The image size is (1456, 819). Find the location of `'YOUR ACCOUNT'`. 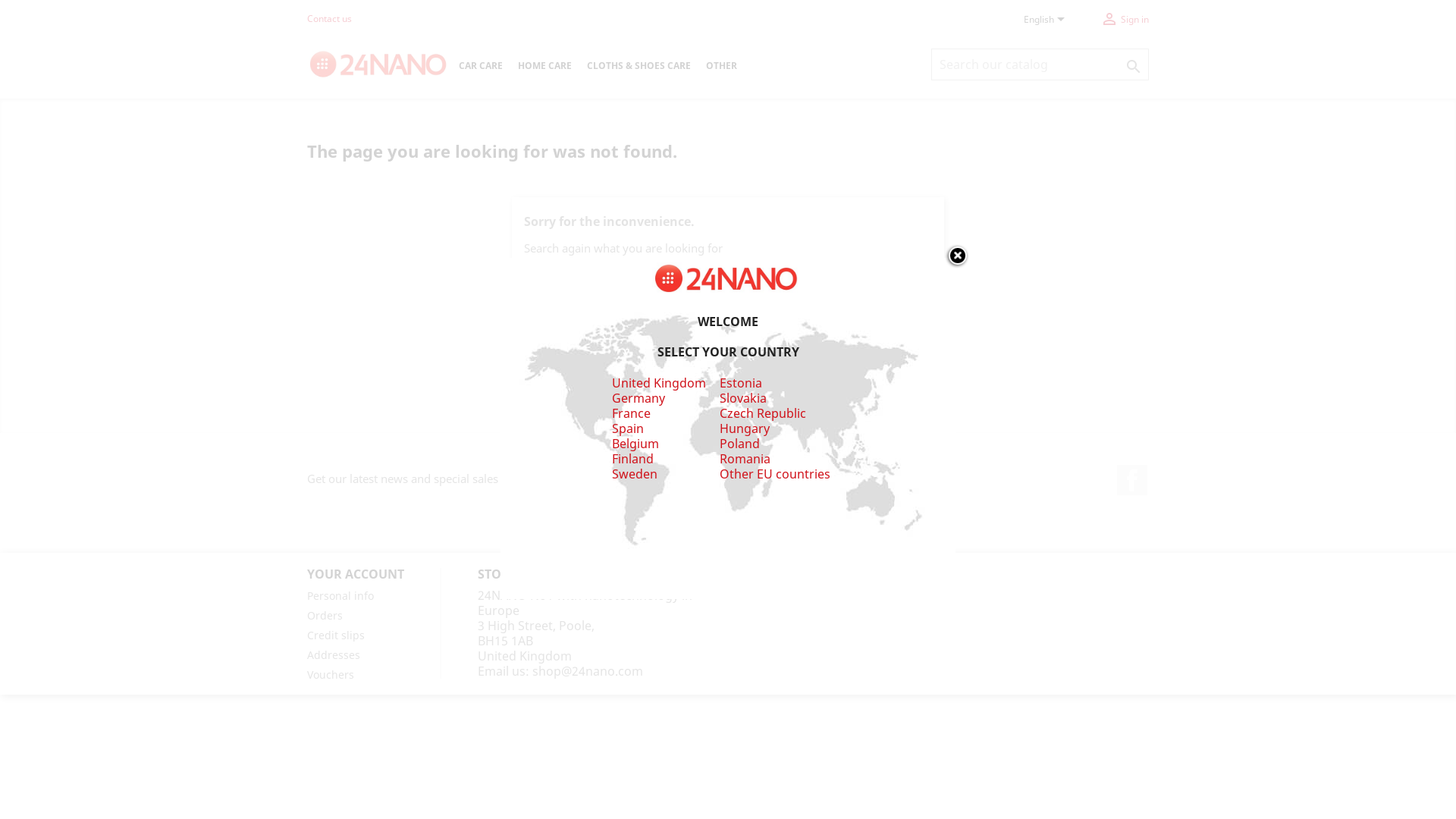

'YOUR ACCOUNT' is located at coordinates (355, 573).